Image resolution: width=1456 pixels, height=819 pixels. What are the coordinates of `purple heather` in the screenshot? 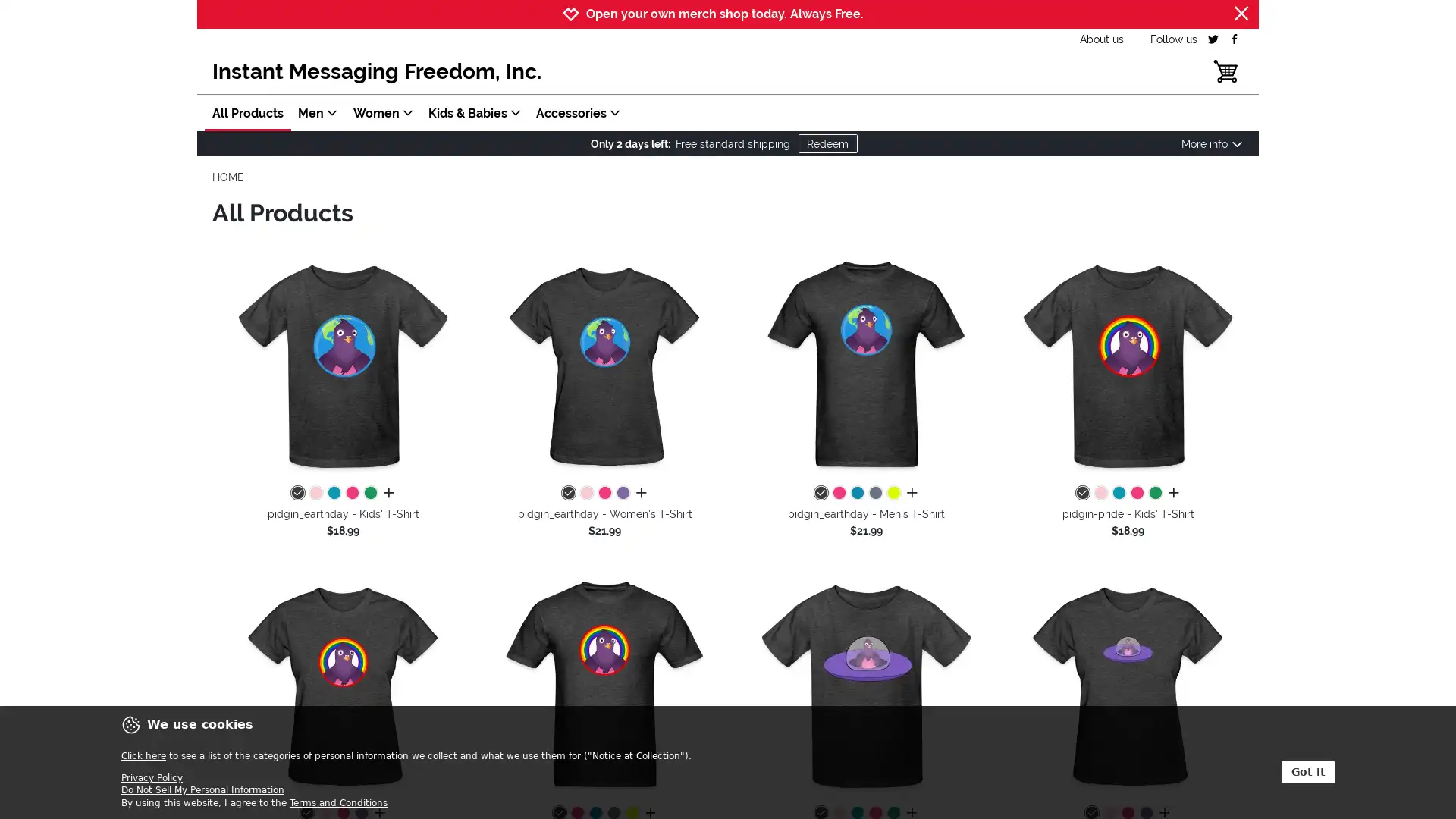 It's located at (622, 494).